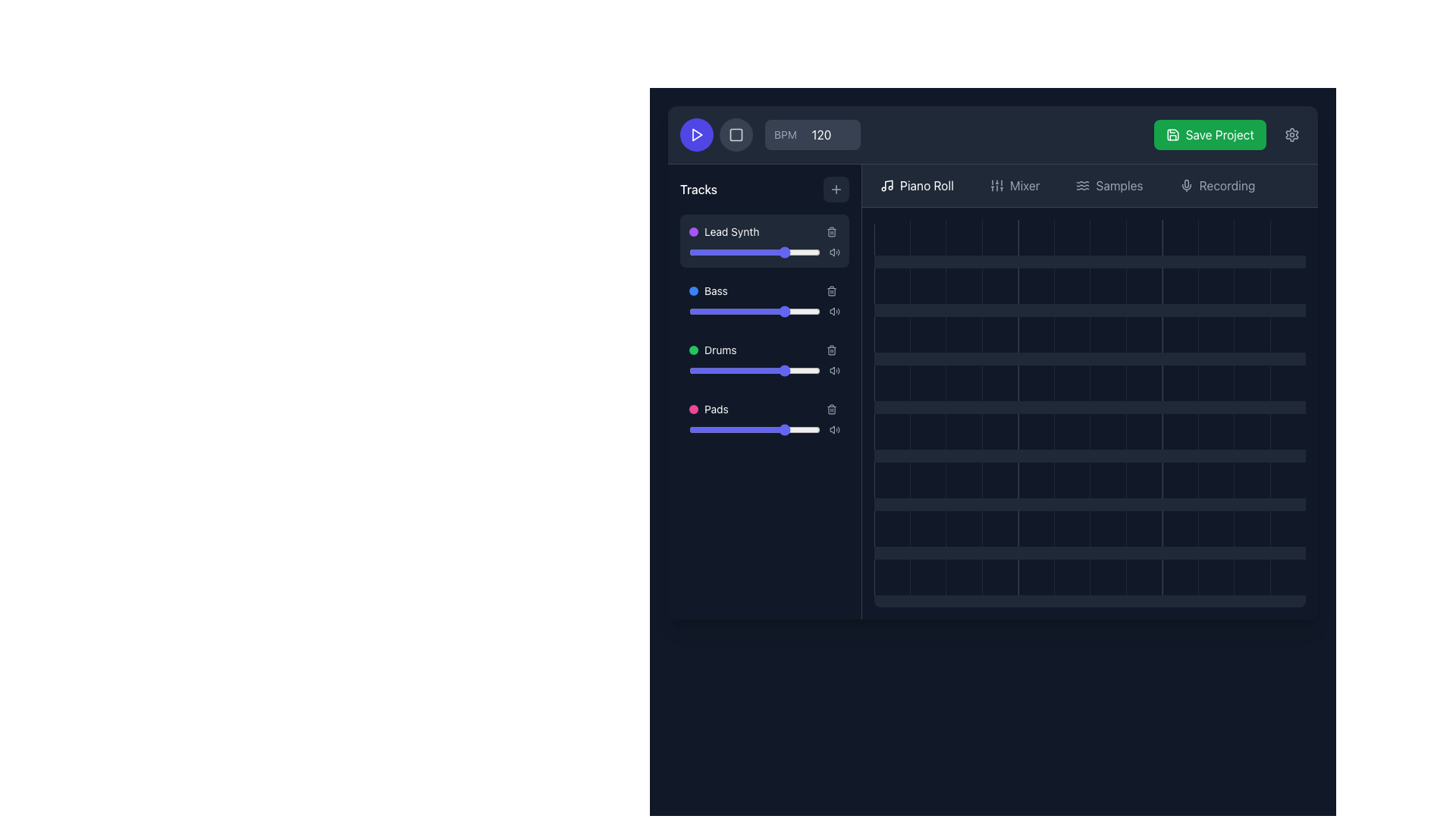  What do you see at coordinates (1216, 334) in the screenshot?
I see `the interactive Square grid cell located at the eleventh column of the third row within the grid layout` at bounding box center [1216, 334].